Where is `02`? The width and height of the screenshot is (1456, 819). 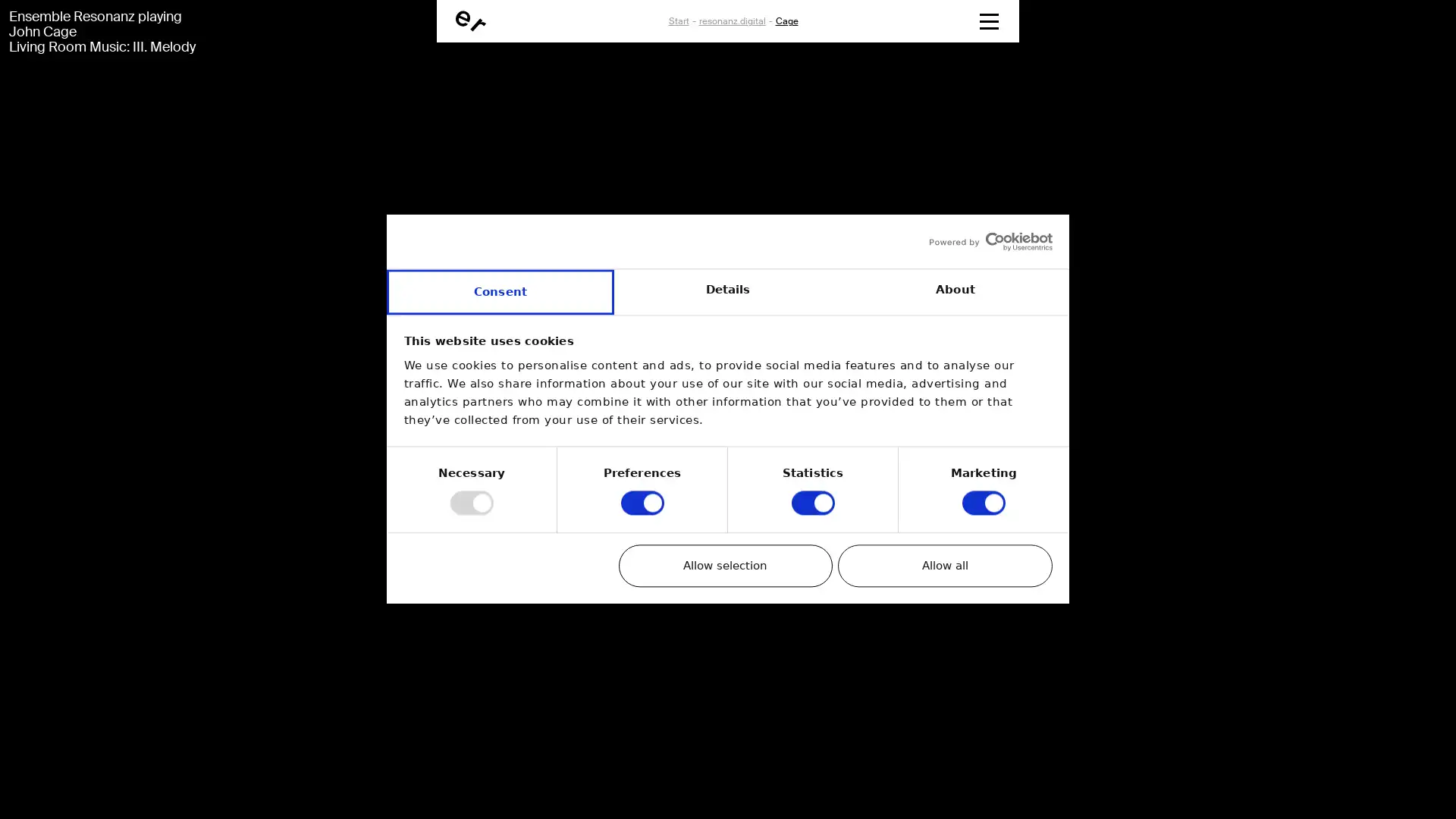 02 is located at coordinates (161, 801).